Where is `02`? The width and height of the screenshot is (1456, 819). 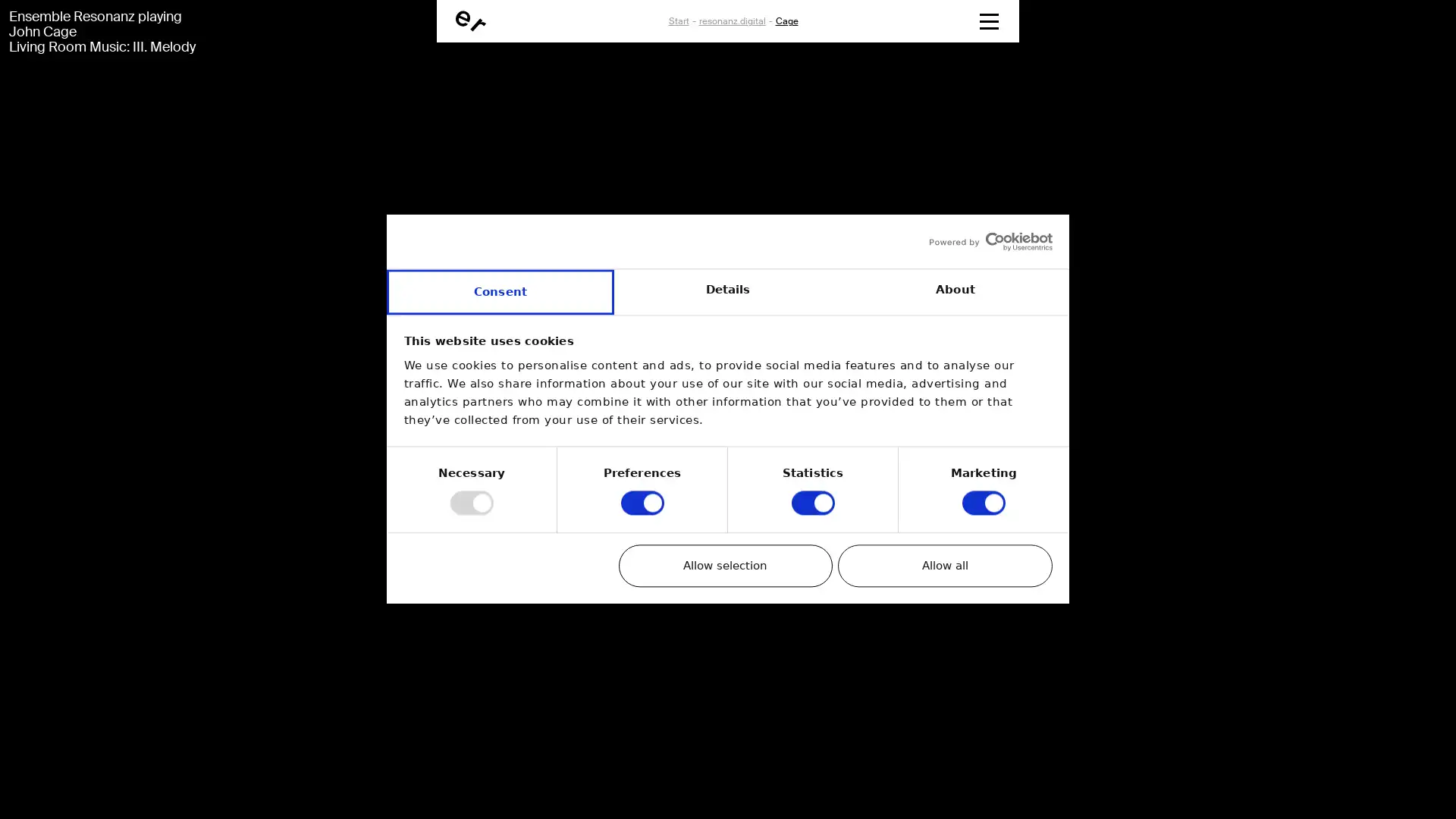 02 is located at coordinates (161, 801).